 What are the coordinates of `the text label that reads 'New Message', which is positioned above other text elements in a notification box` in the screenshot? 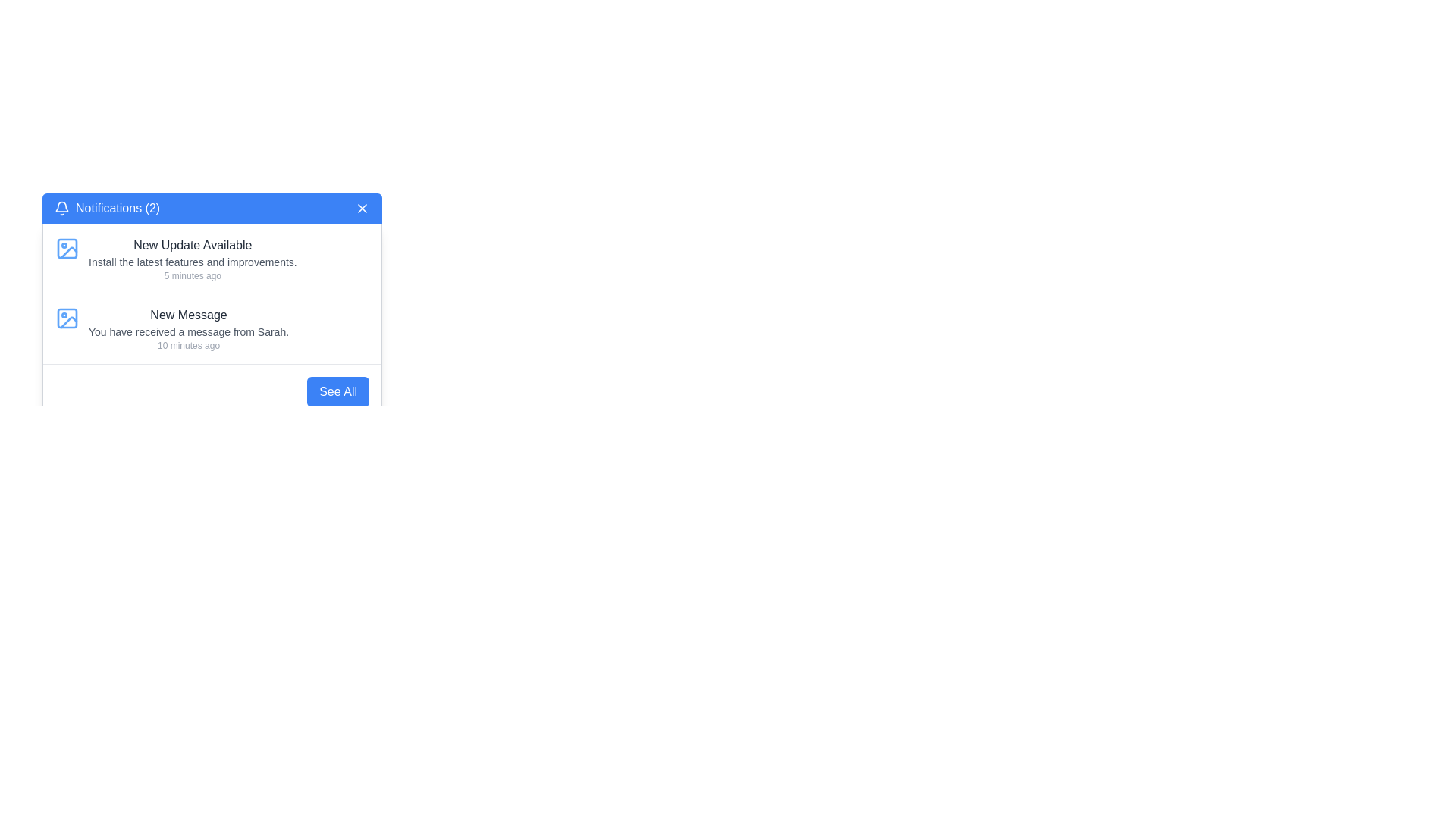 It's located at (188, 315).